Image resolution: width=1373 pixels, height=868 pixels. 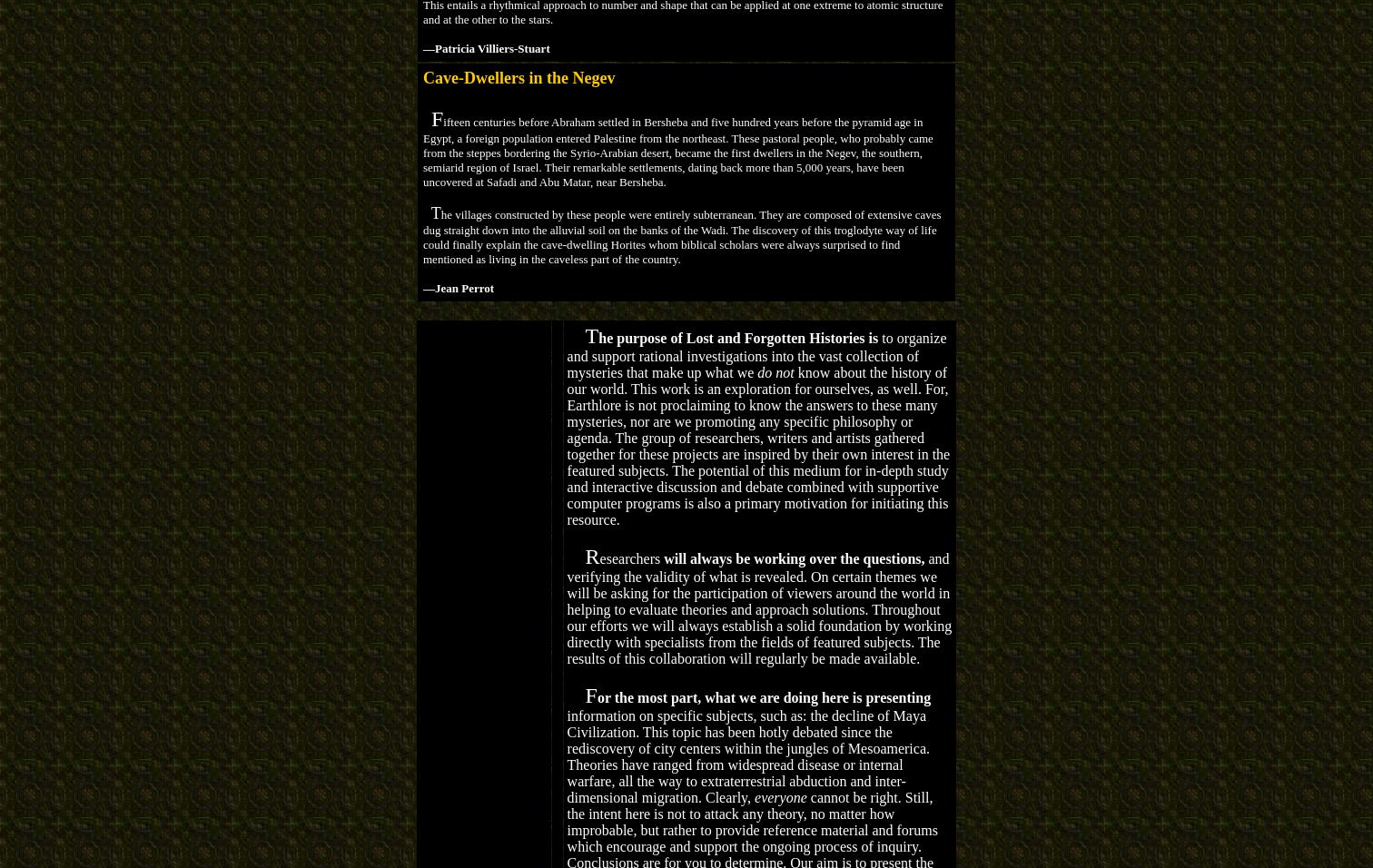 What do you see at coordinates (596, 695) in the screenshot?
I see `'or 
        the most part, what we are doing here is presenting'` at bounding box center [596, 695].